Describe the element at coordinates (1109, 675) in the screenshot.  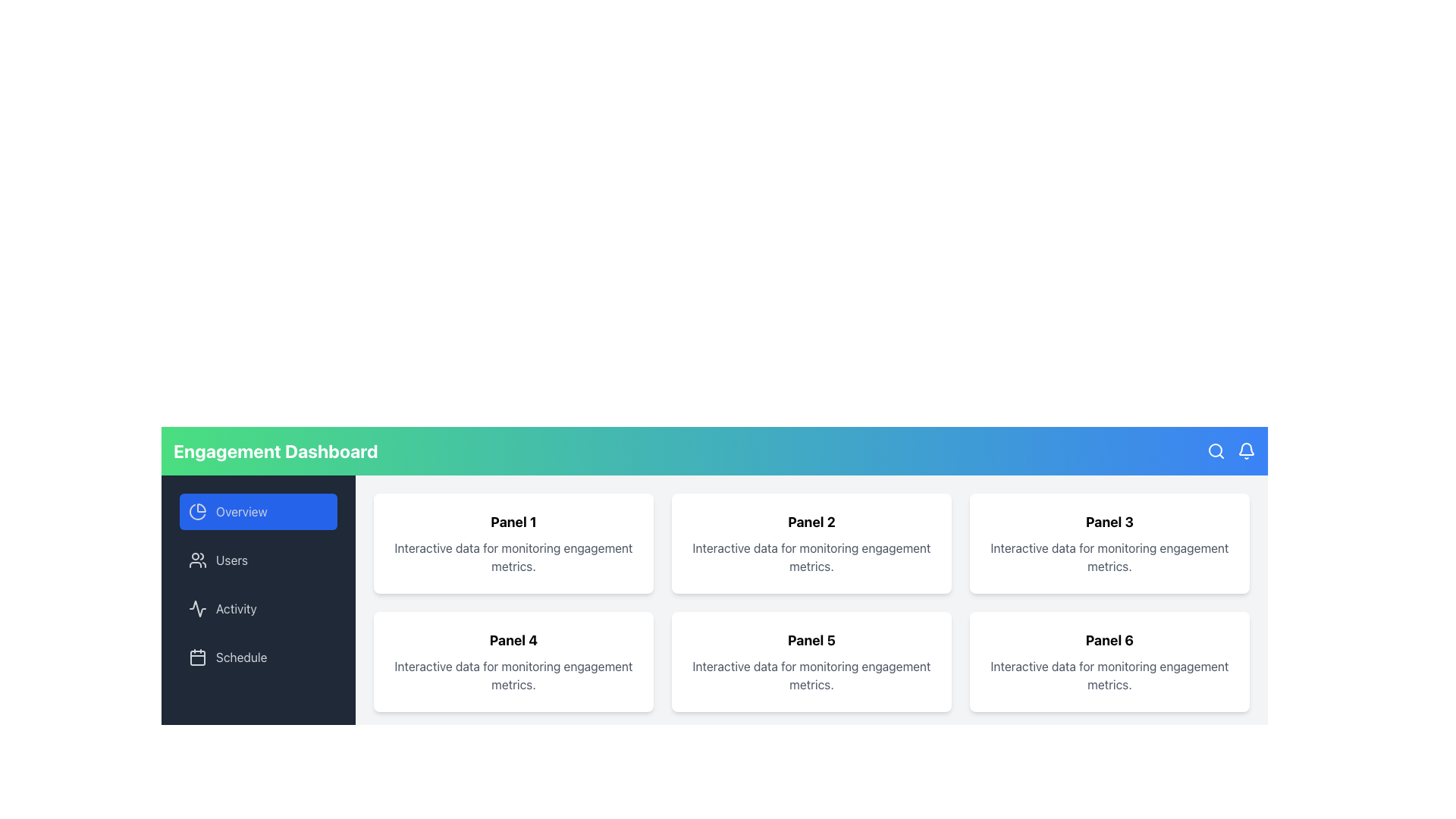
I see `displayed text in the text block showing 'Interactive data for monitoring engagement metrics.' located beneath the heading 'Panel 6'` at that location.